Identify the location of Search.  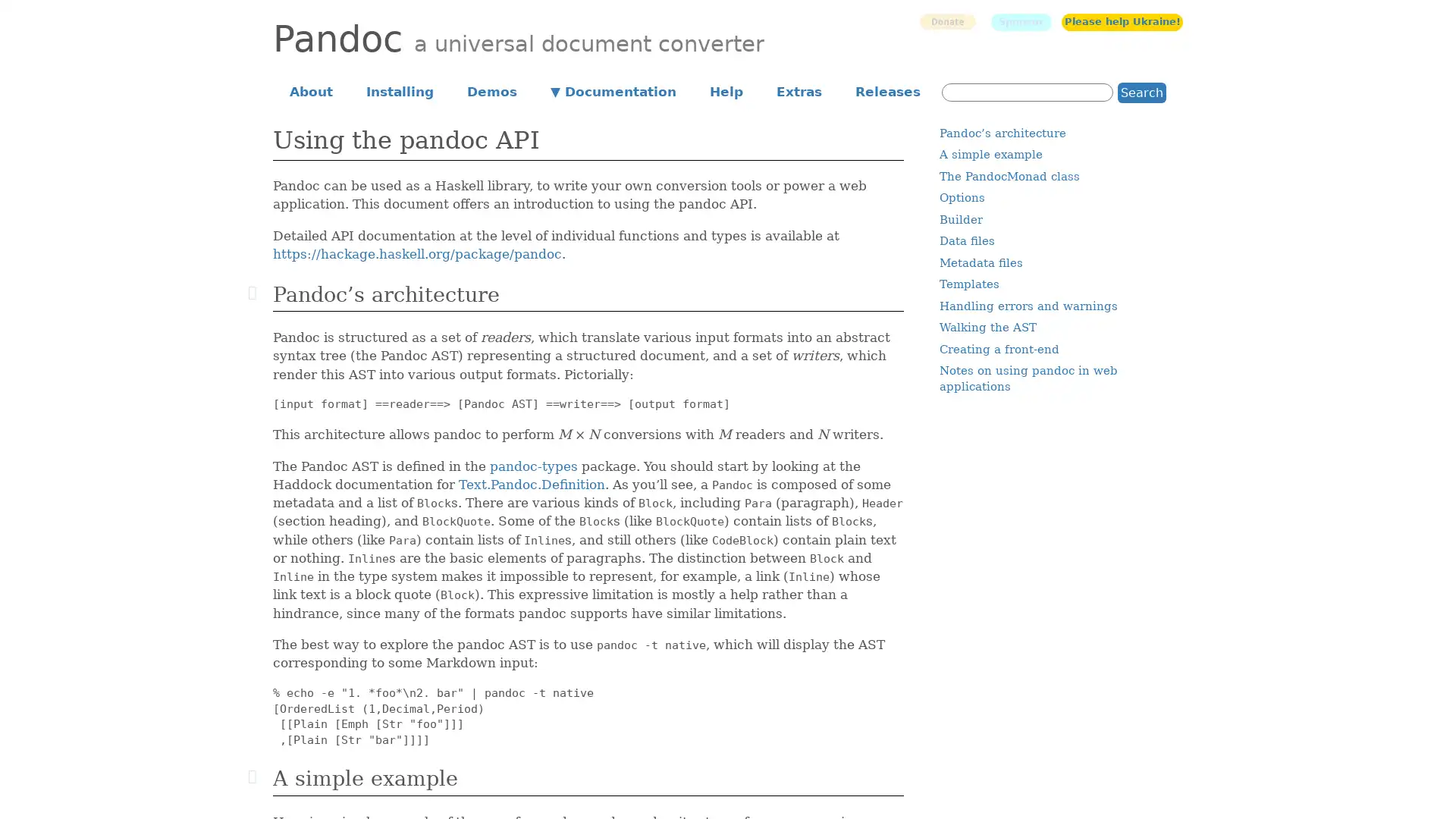
(1142, 92).